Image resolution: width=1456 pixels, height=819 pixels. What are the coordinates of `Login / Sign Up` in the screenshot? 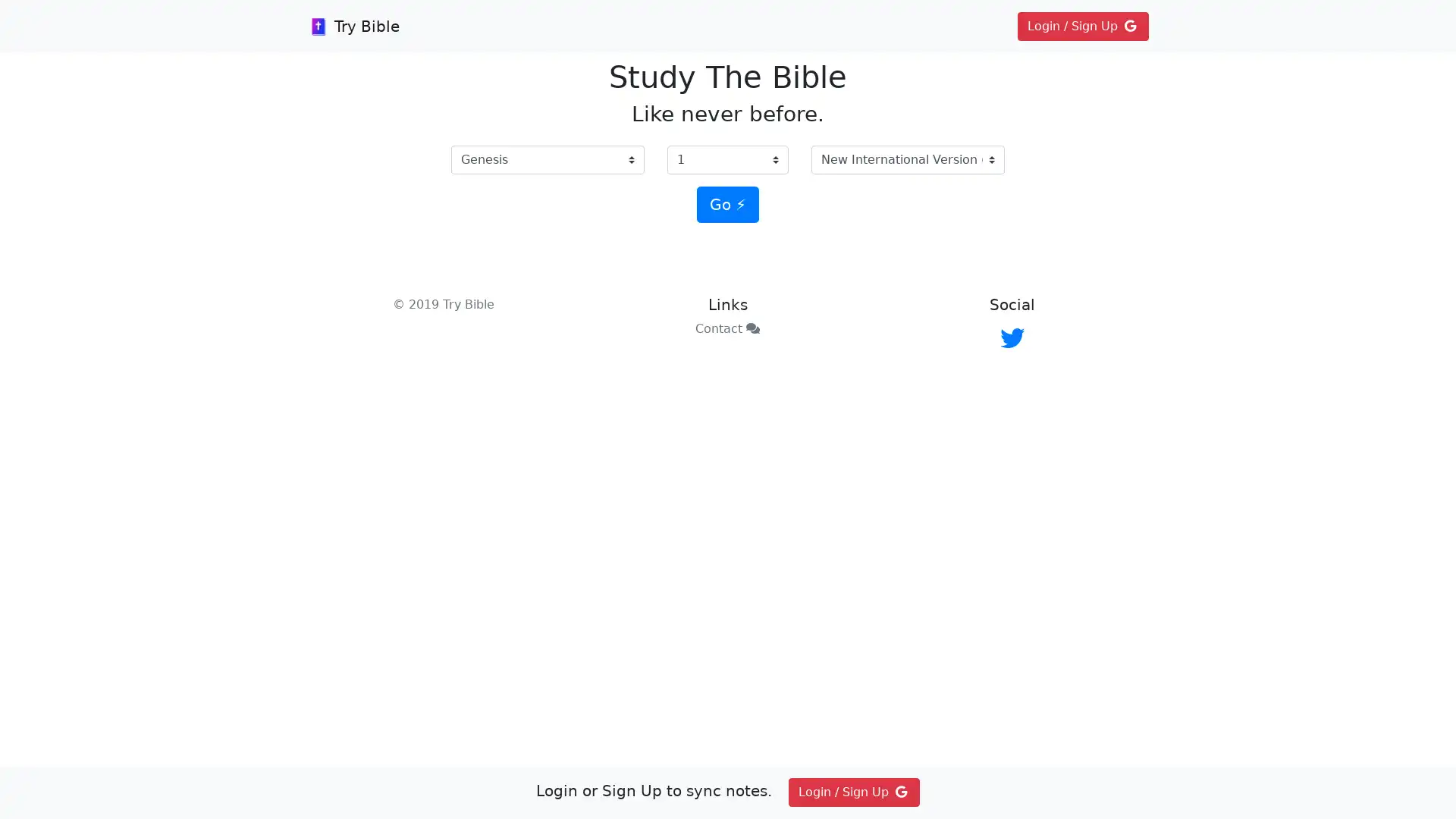 It's located at (1082, 26).